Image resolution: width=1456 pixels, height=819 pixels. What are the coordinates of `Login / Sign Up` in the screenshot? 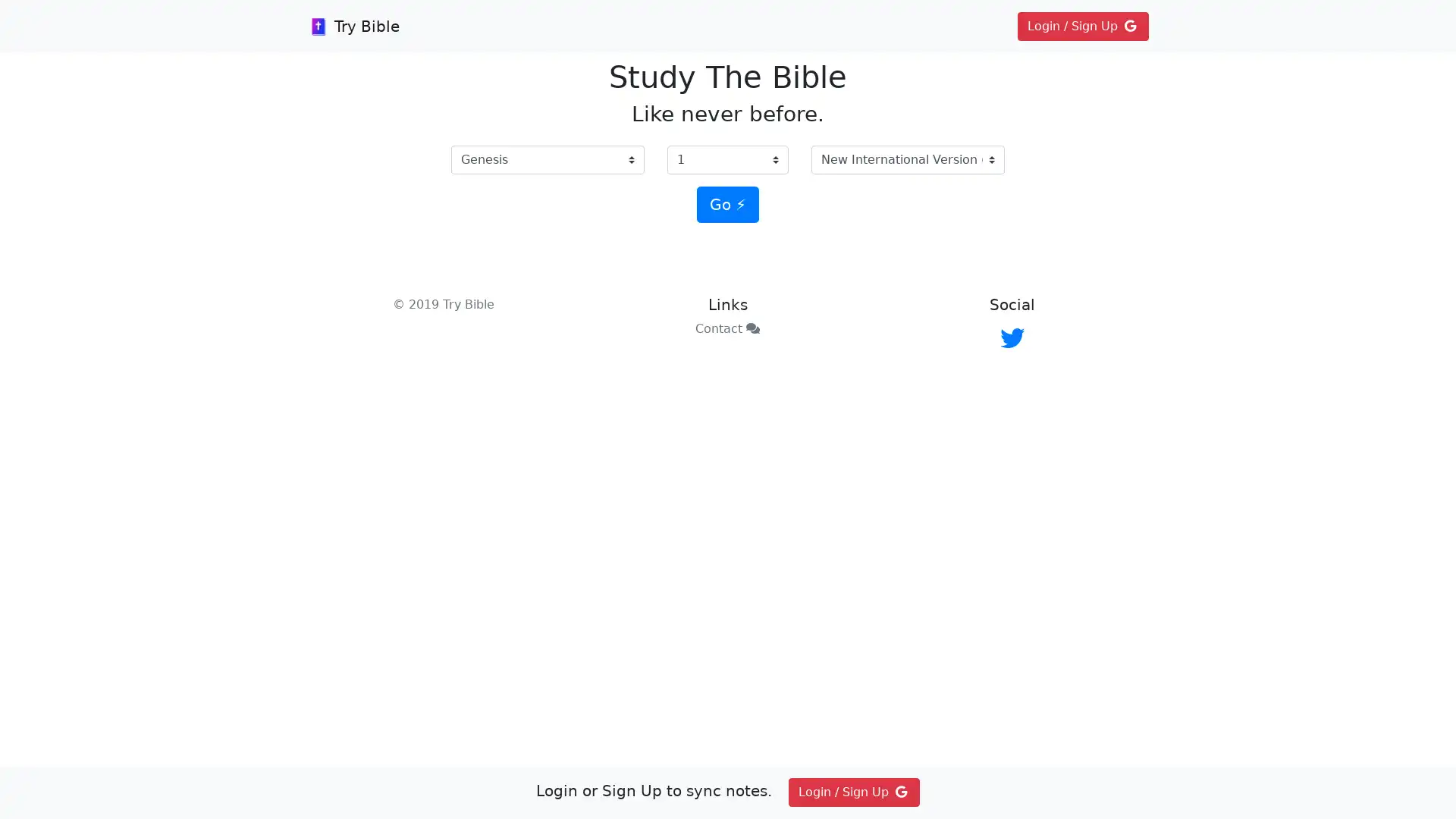 It's located at (1082, 26).